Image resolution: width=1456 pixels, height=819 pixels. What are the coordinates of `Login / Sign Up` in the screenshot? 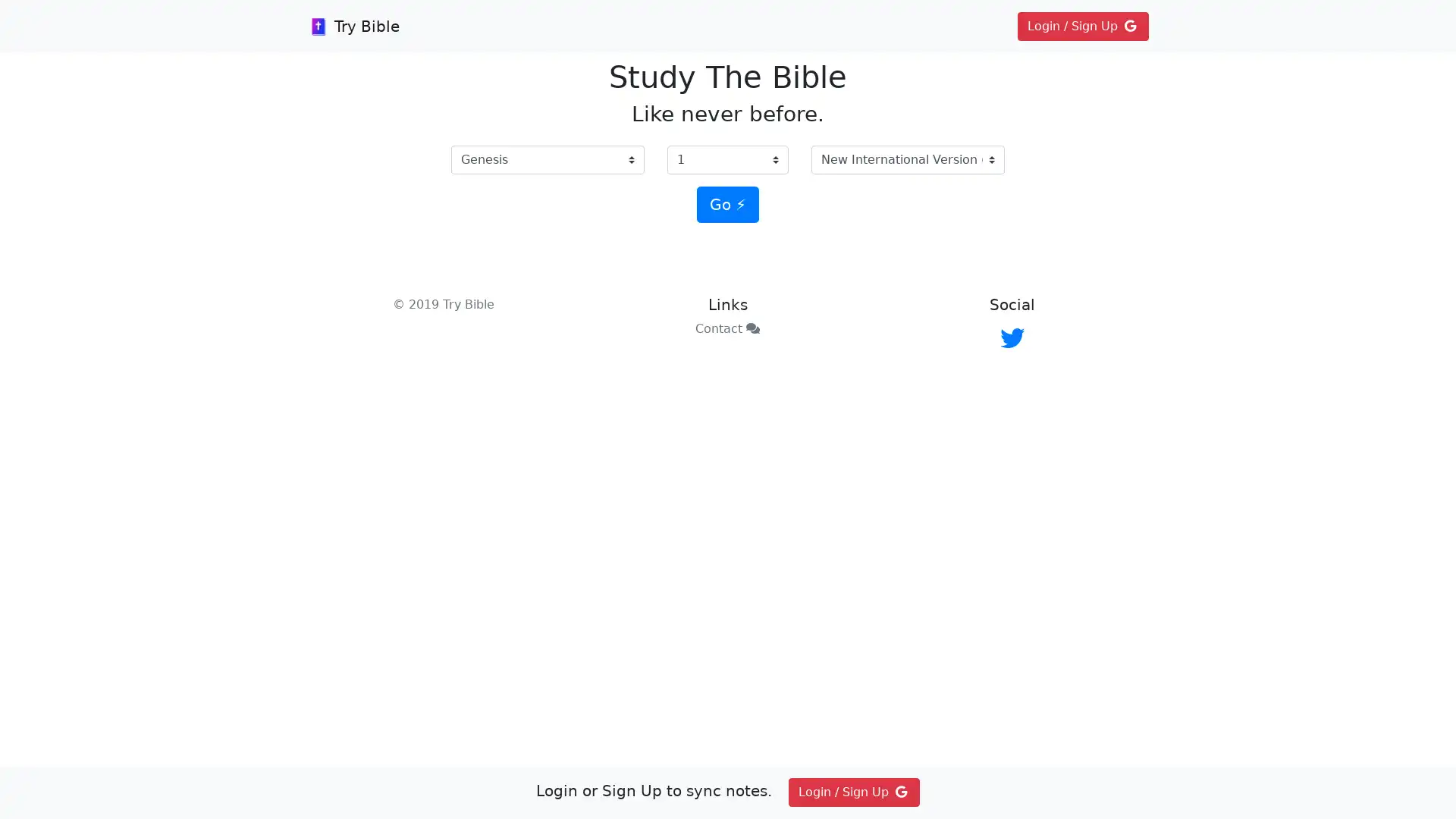 It's located at (1082, 26).